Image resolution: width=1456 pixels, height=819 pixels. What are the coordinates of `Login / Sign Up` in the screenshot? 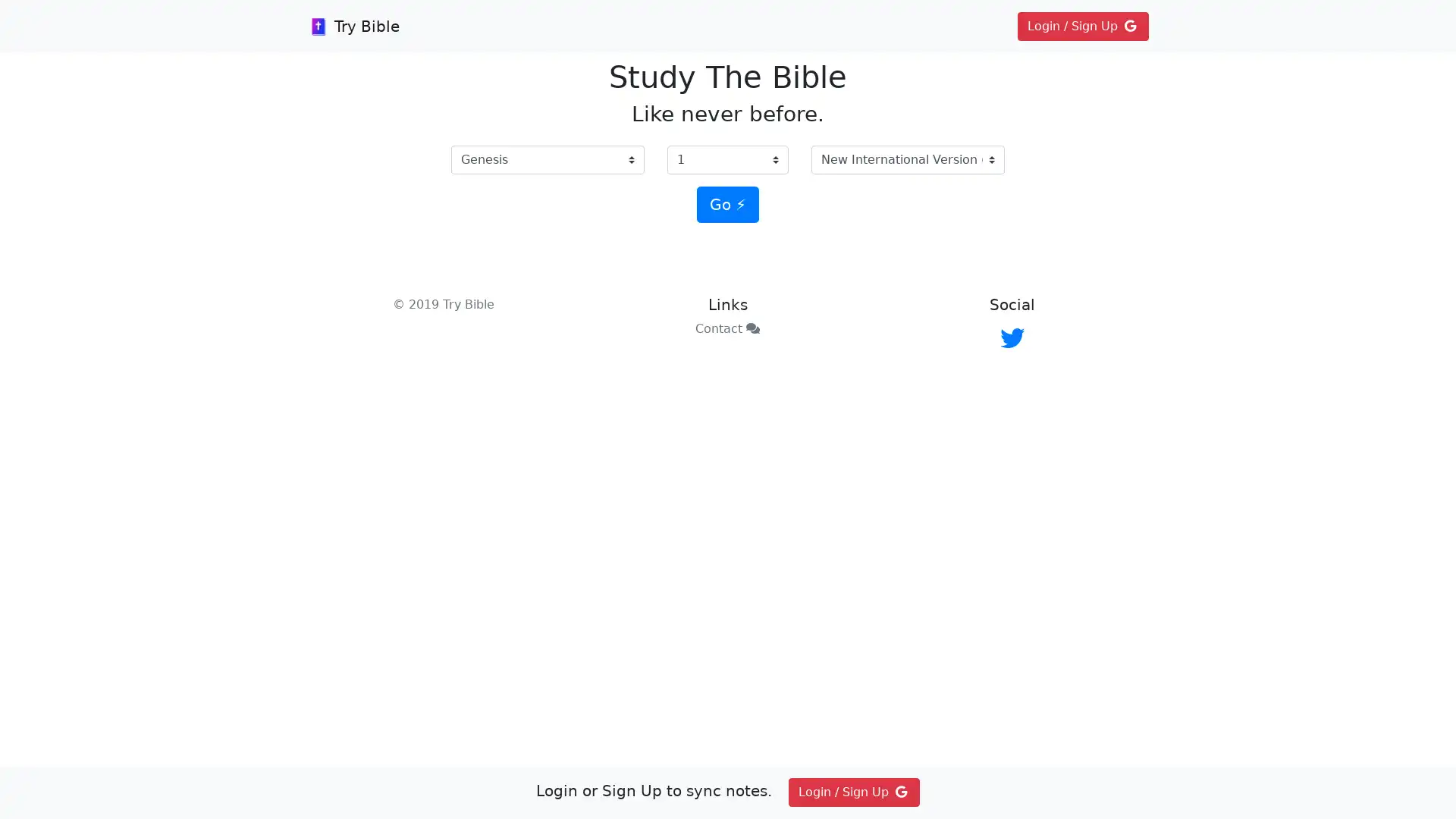 It's located at (1082, 26).